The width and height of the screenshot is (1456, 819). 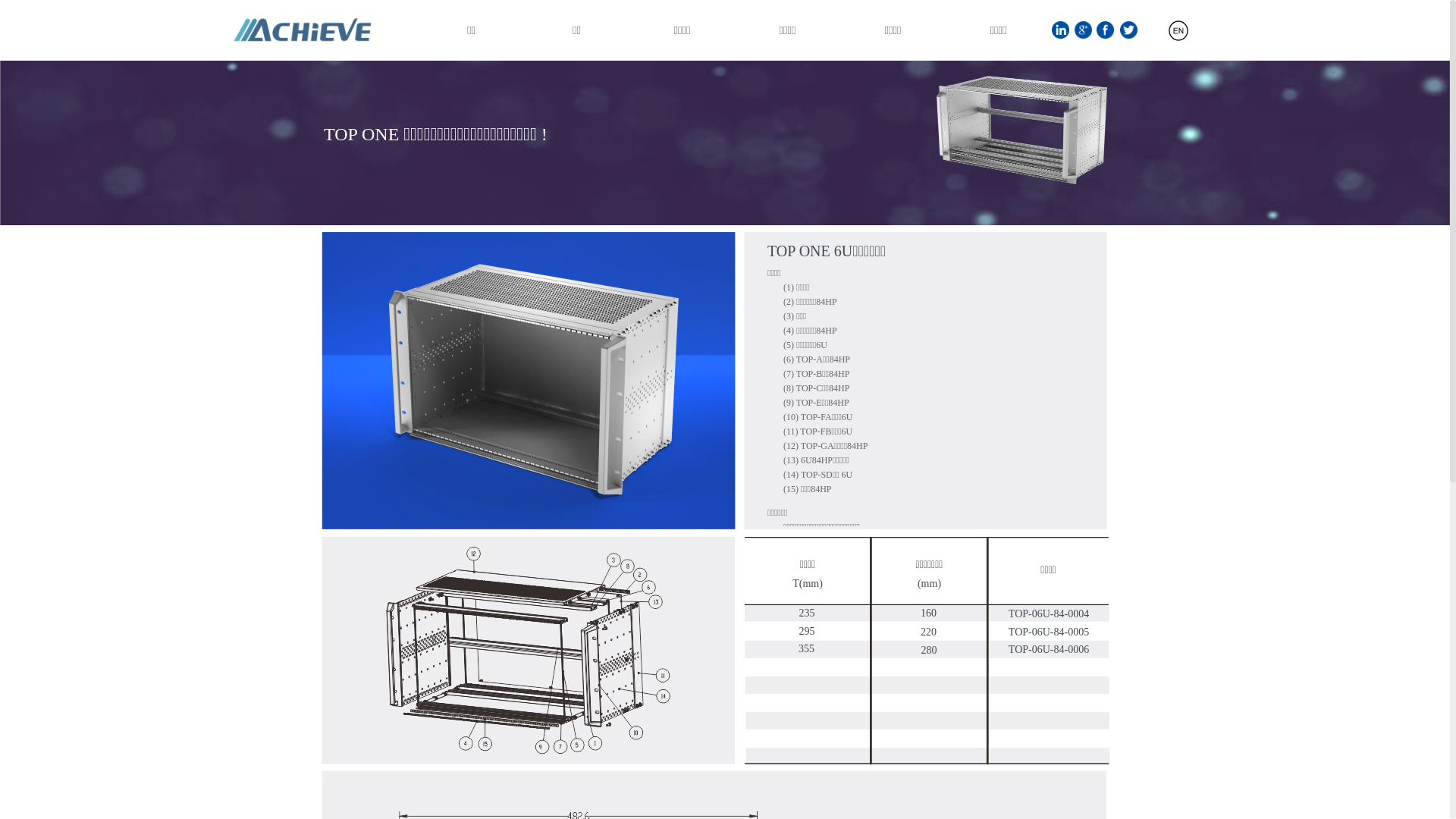 What do you see at coordinates (224, 30) in the screenshot?
I see `'logo'` at bounding box center [224, 30].